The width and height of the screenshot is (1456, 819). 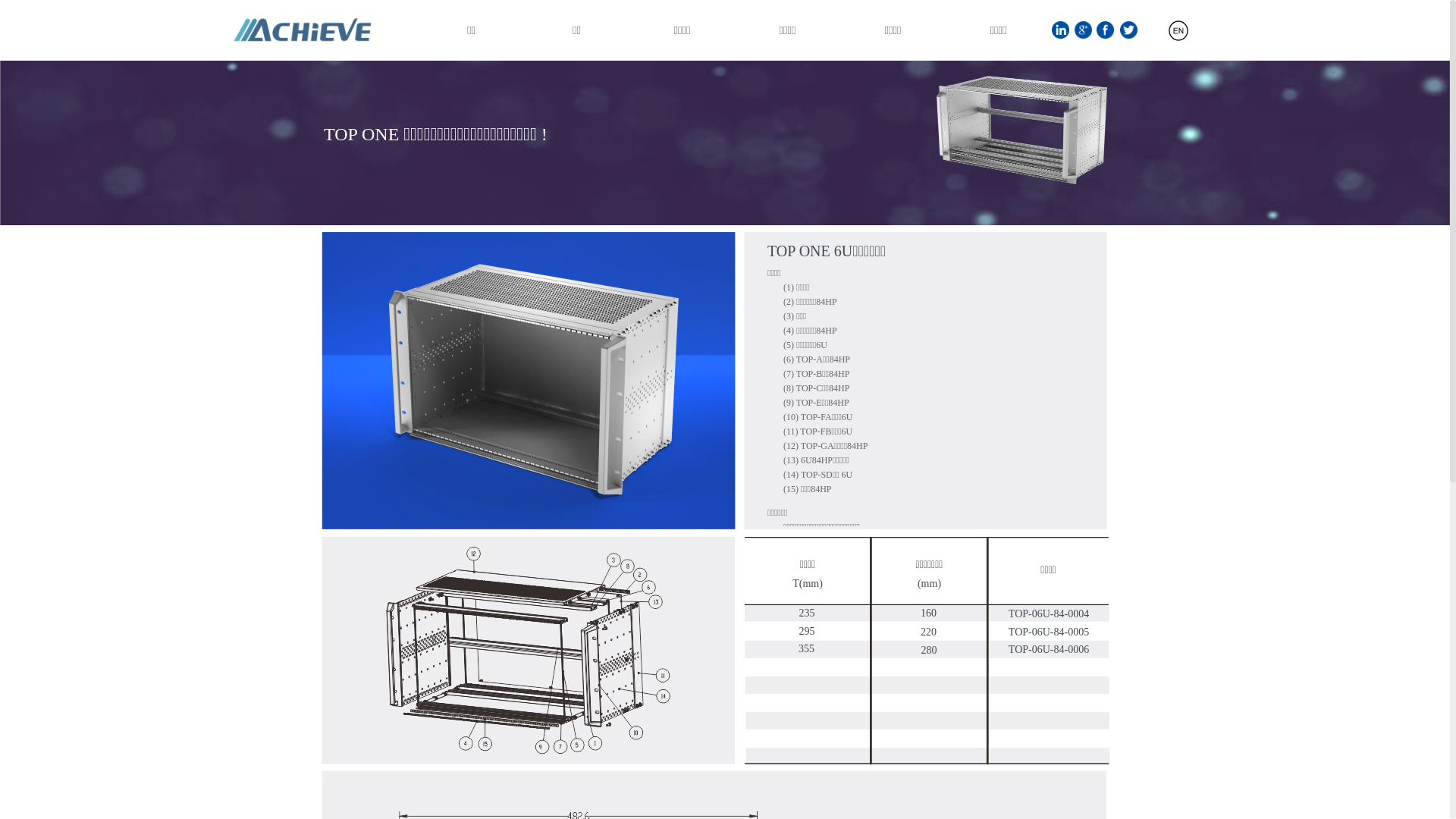 What do you see at coordinates (224, 30) in the screenshot?
I see `'logo'` at bounding box center [224, 30].